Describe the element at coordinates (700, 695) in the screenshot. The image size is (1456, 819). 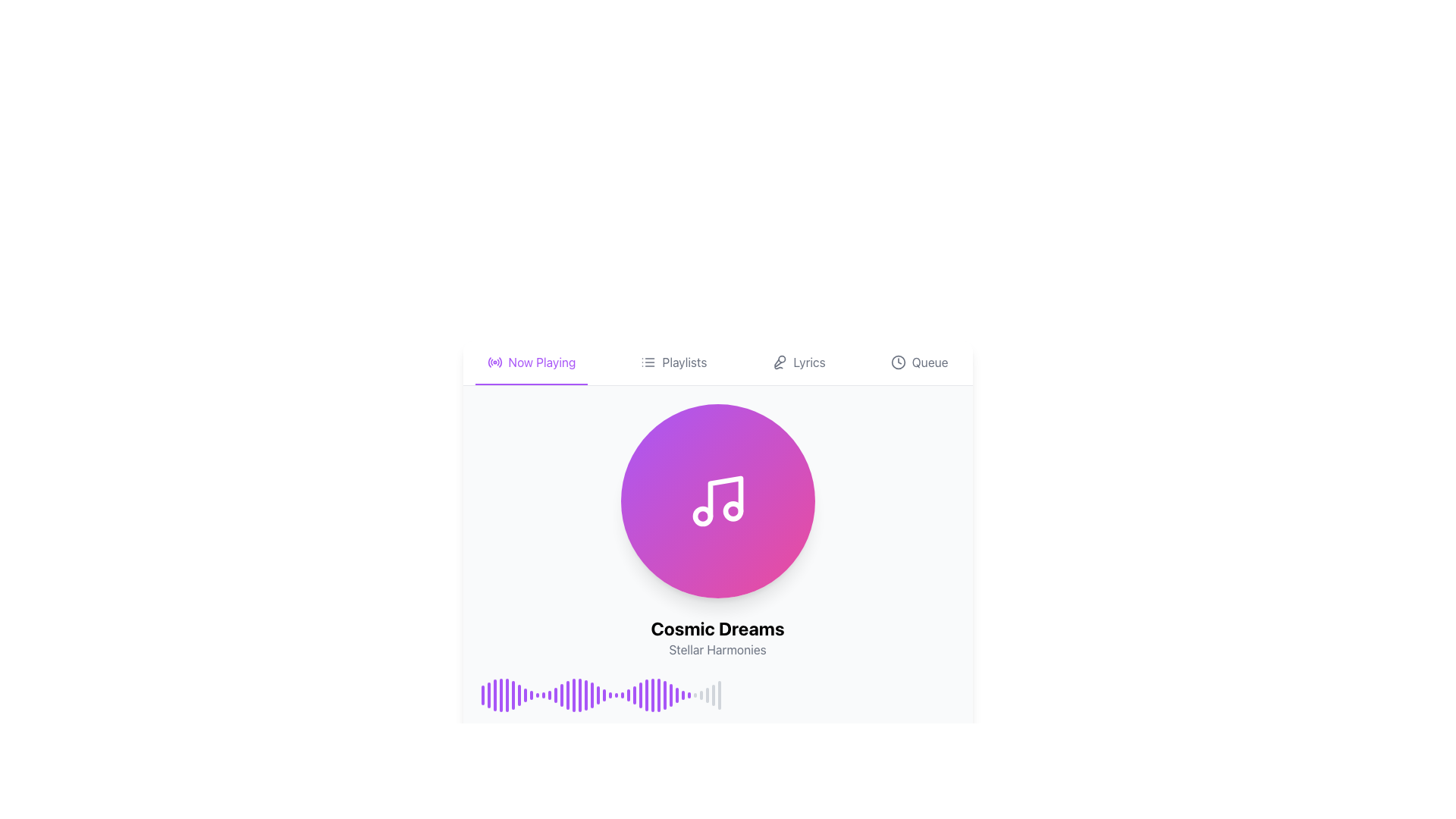
I see `the second gray bar from the right in the series of vertical bars beneath the central circular artwork` at that location.